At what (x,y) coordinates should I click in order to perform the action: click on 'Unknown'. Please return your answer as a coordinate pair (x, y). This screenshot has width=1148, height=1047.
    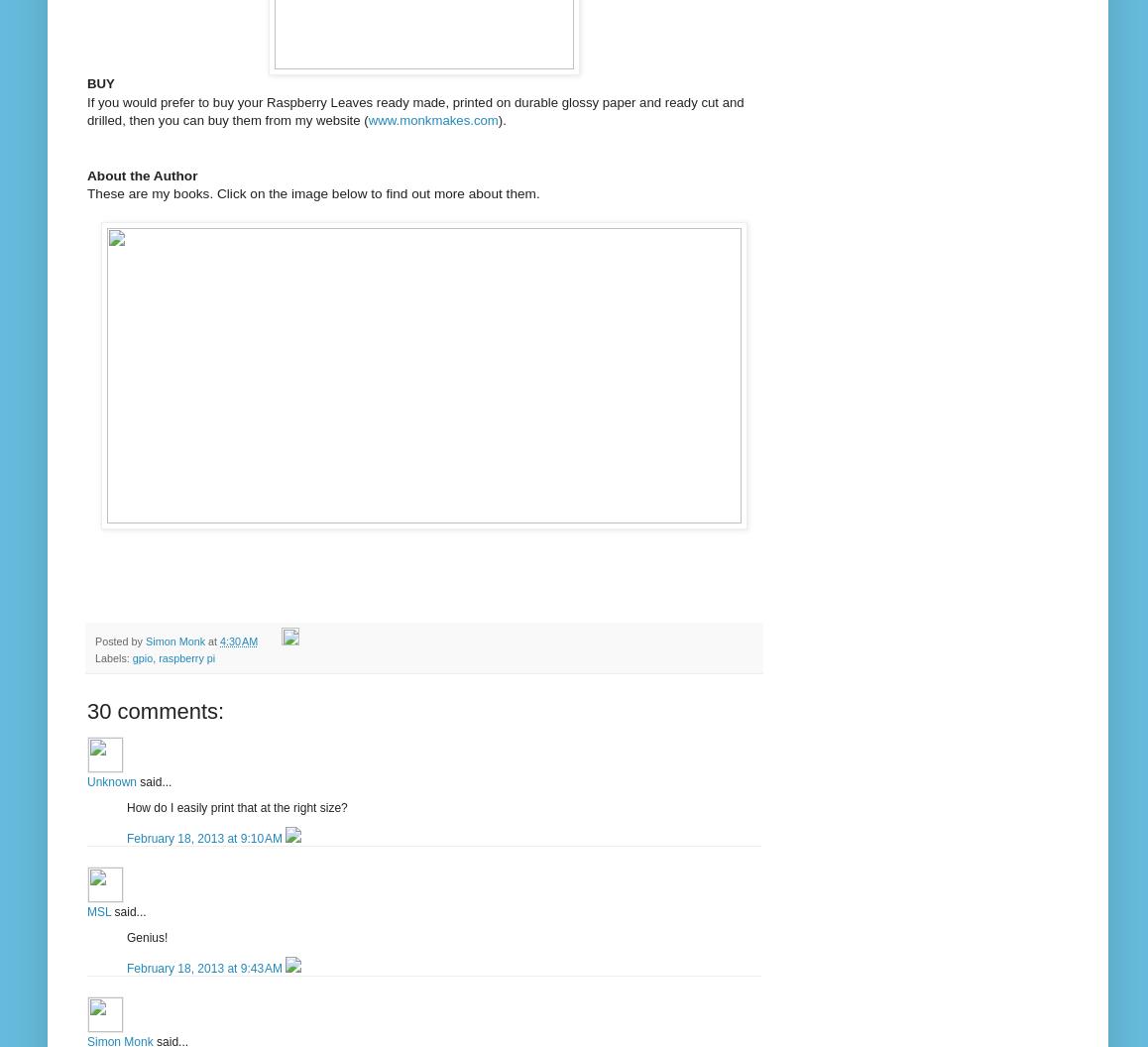
    Looking at the image, I should click on (112, 779).